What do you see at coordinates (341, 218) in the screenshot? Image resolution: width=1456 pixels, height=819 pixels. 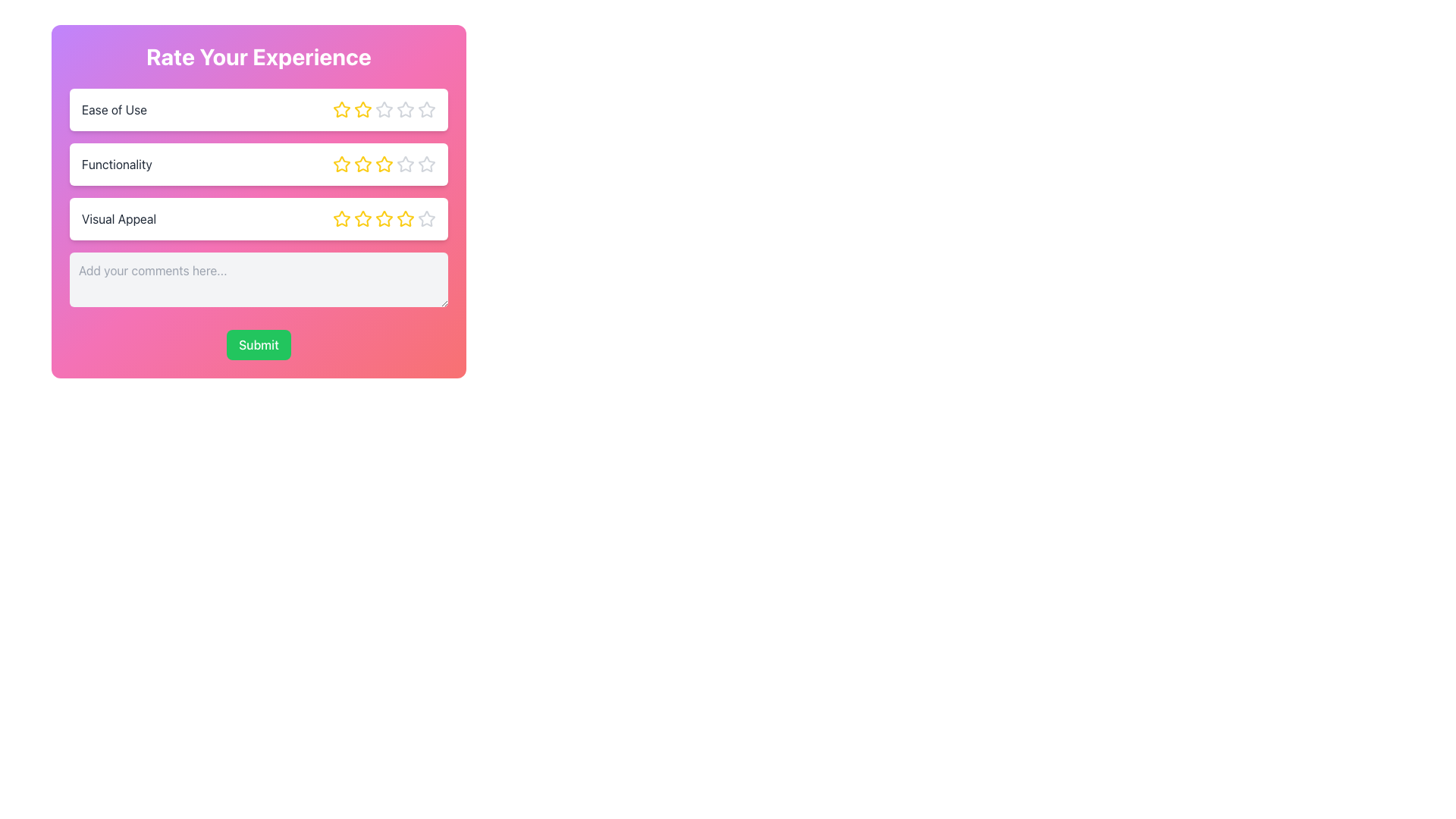 I see `the third star icon in the 'Visual Appeal' rating section` at bounding box center [341, 218].